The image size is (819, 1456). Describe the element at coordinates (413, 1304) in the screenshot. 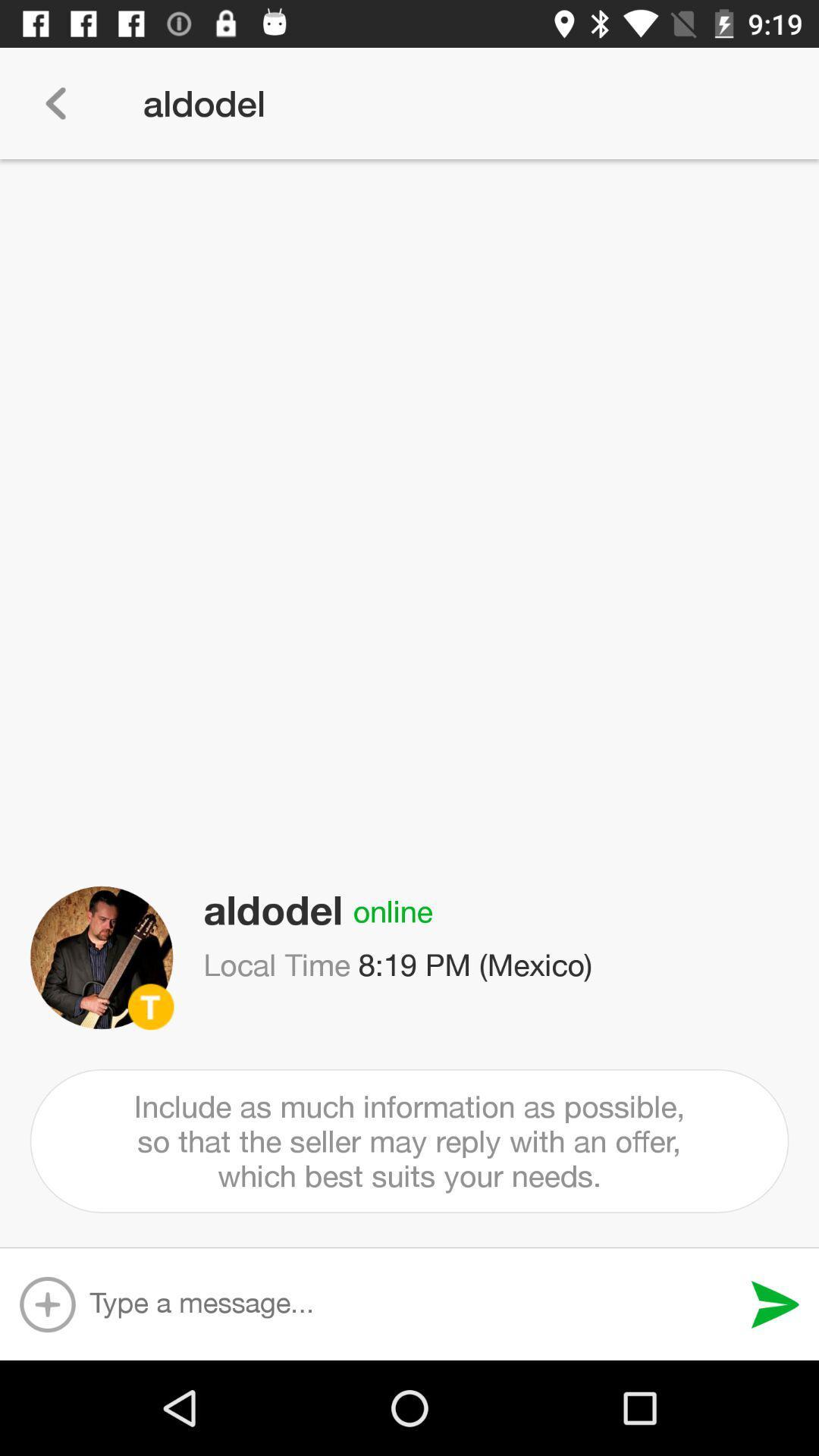

I see `text input bar` at that location.